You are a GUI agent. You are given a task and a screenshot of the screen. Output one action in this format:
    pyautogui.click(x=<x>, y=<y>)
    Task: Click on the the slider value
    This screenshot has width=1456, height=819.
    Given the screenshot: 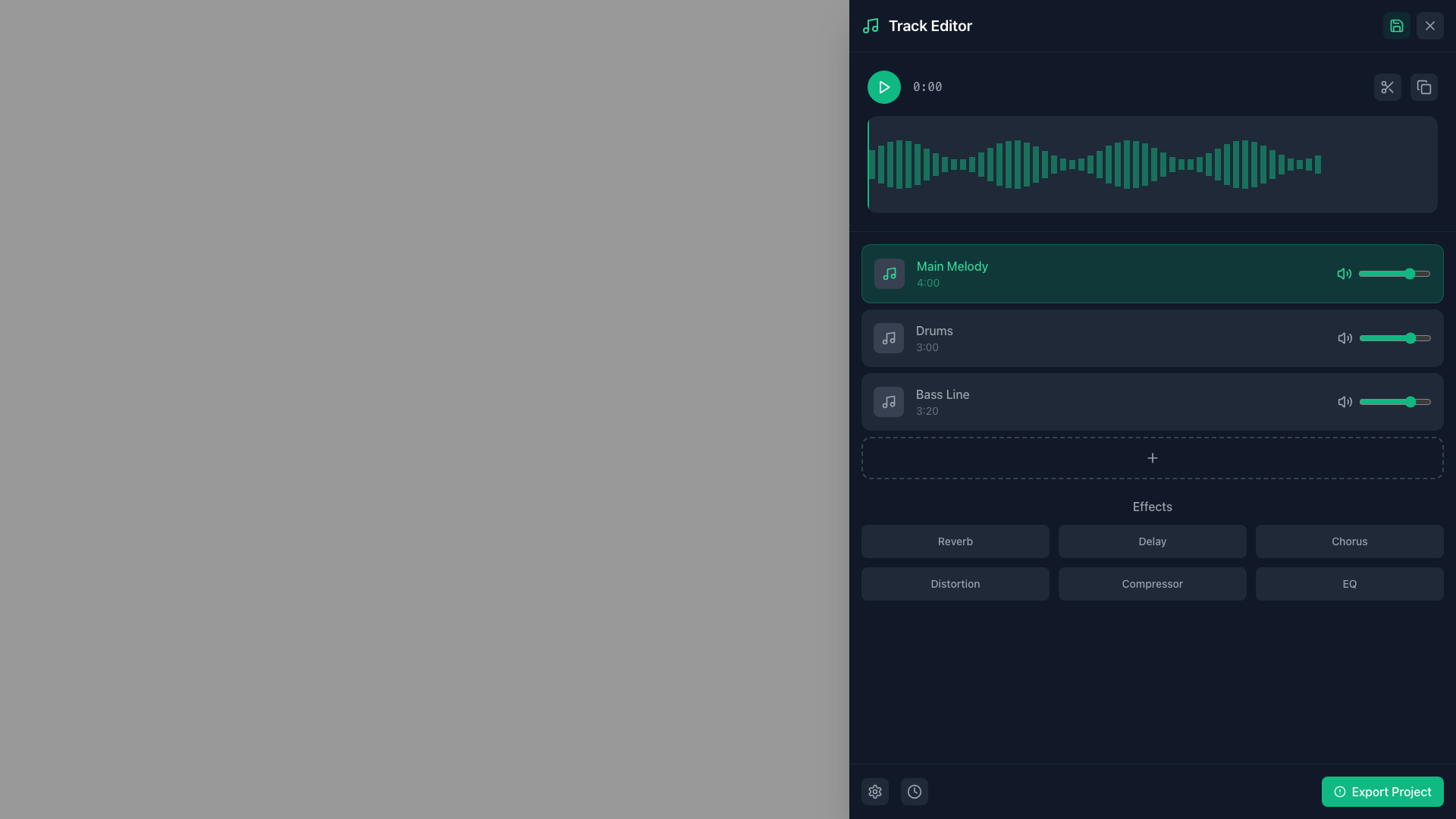 What is the action you would take?
    pyautogui.click(x=1368, y=400)
    